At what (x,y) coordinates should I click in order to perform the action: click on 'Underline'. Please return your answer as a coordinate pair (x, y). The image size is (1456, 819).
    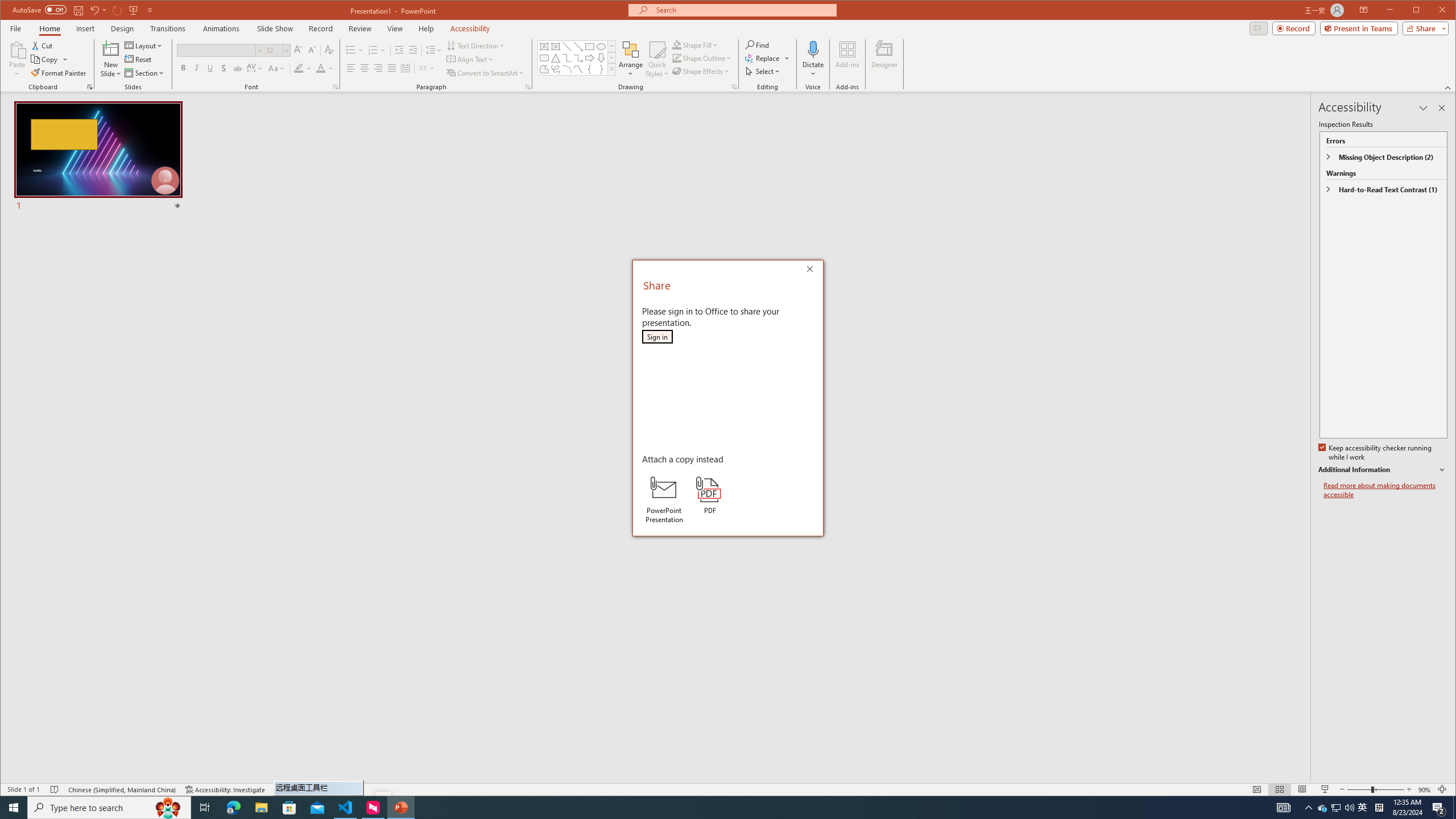
    Looking at the image, I should click on (209, 68).